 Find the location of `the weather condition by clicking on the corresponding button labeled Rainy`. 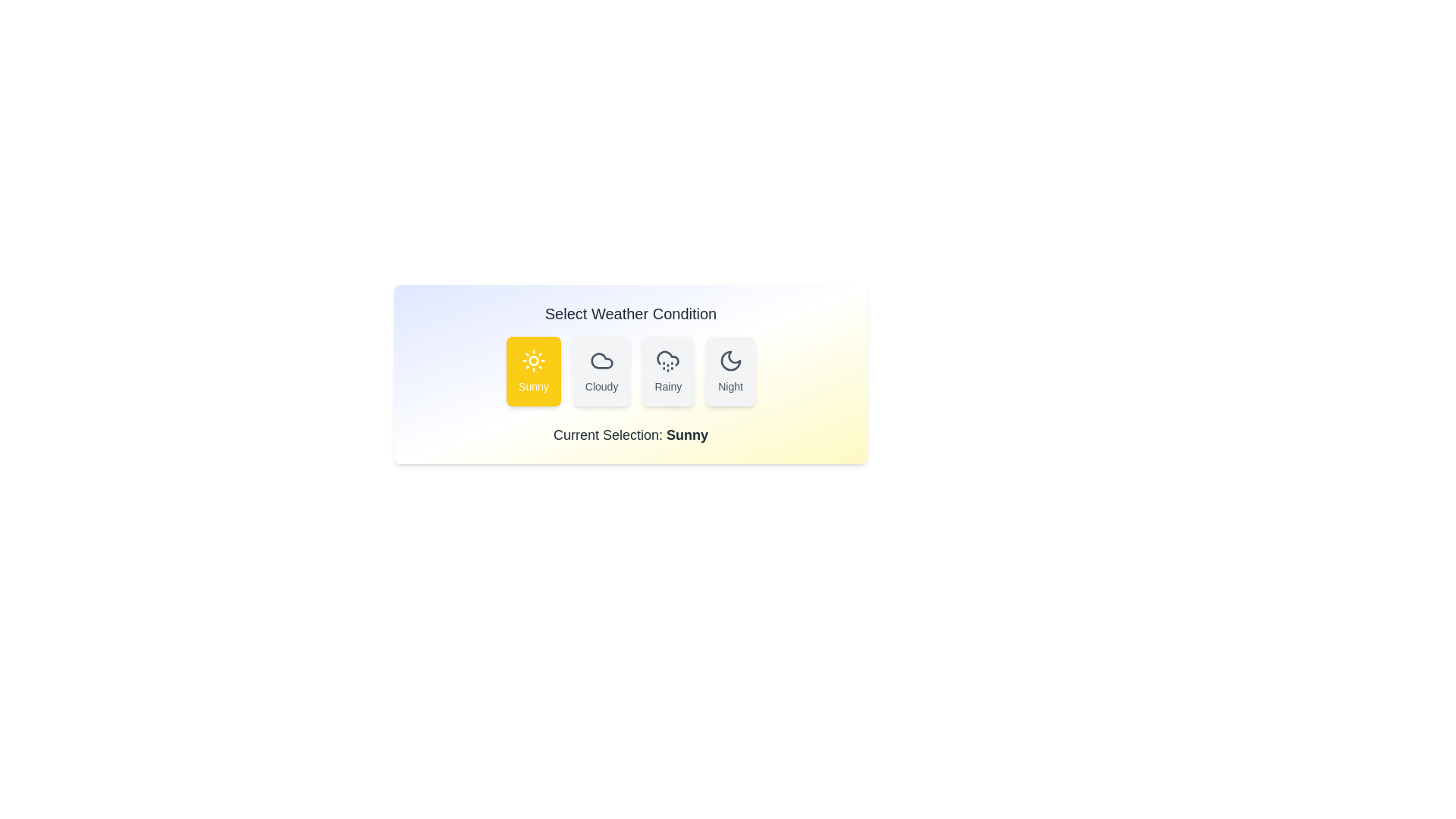

the weather condition by clicking on the corresponding button labeled Rainy is located at coordinates (667, 371).